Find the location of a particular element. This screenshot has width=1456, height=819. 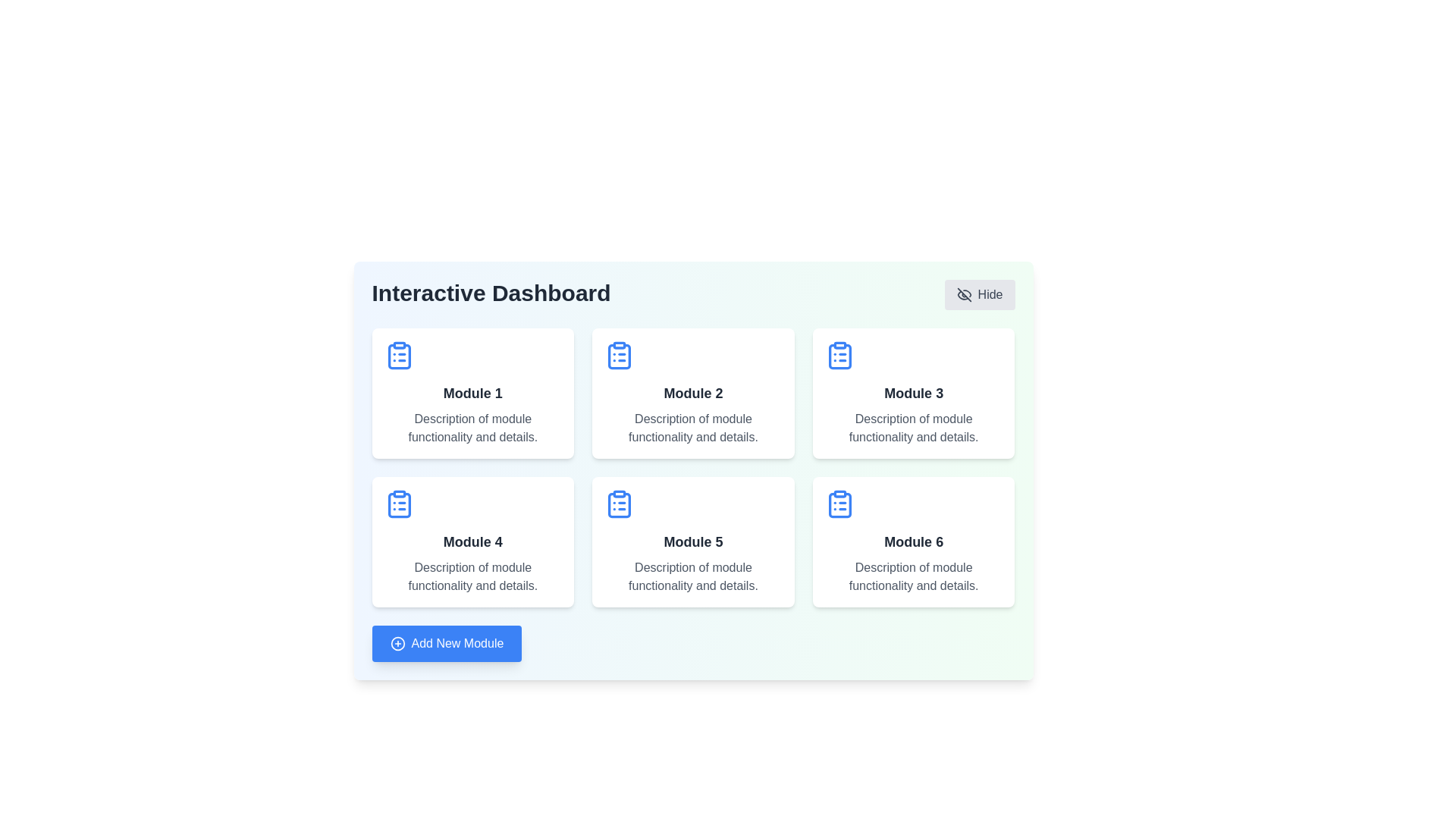

text label that describes the functionality and details of the module inside 'Module 5', located in the second row, third column of the interactive dashboard layout is located at coordinates (692, 576).